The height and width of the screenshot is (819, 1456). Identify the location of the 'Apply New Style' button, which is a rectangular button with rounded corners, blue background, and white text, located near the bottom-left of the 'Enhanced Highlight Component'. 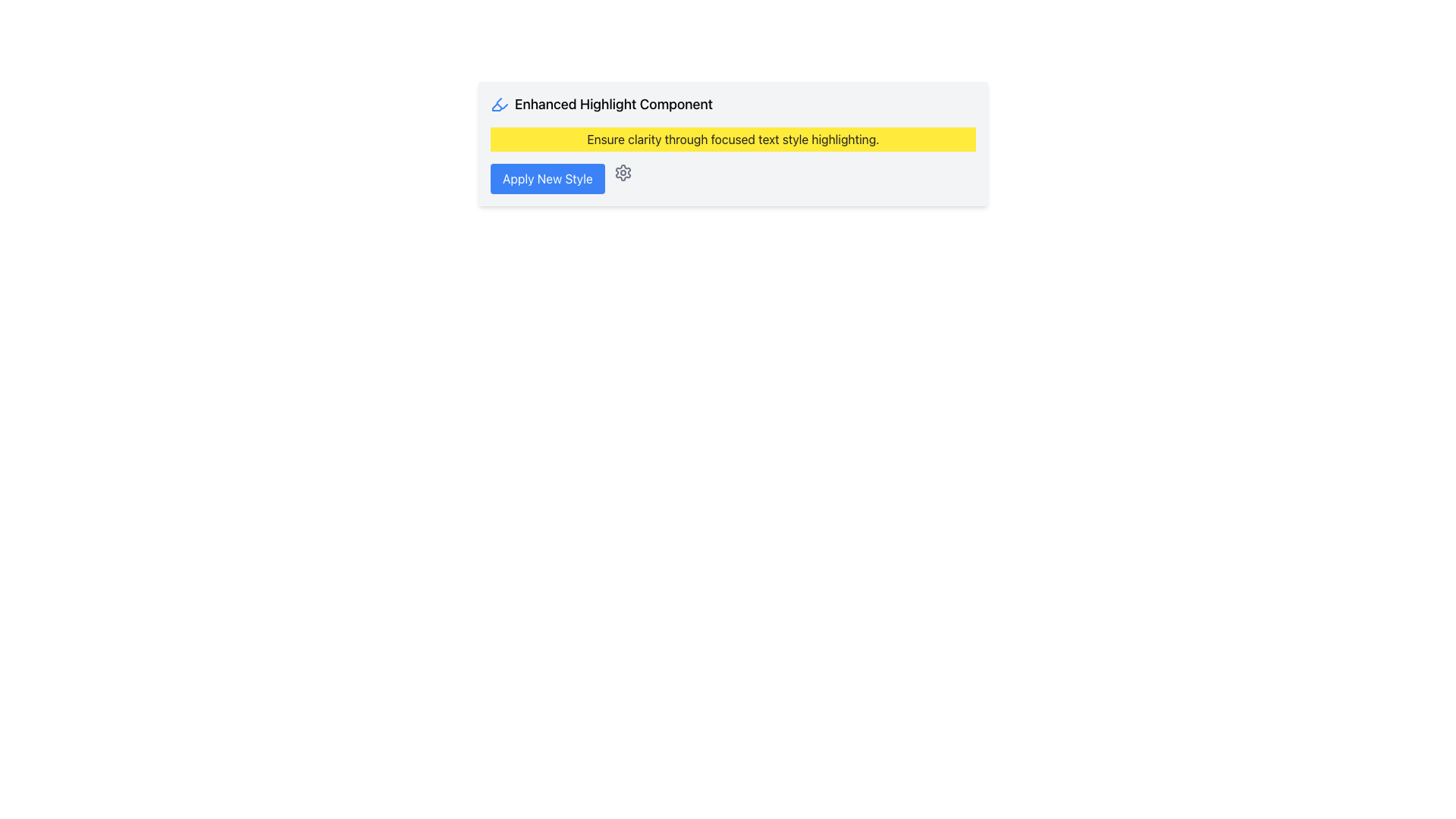
(546, 177).